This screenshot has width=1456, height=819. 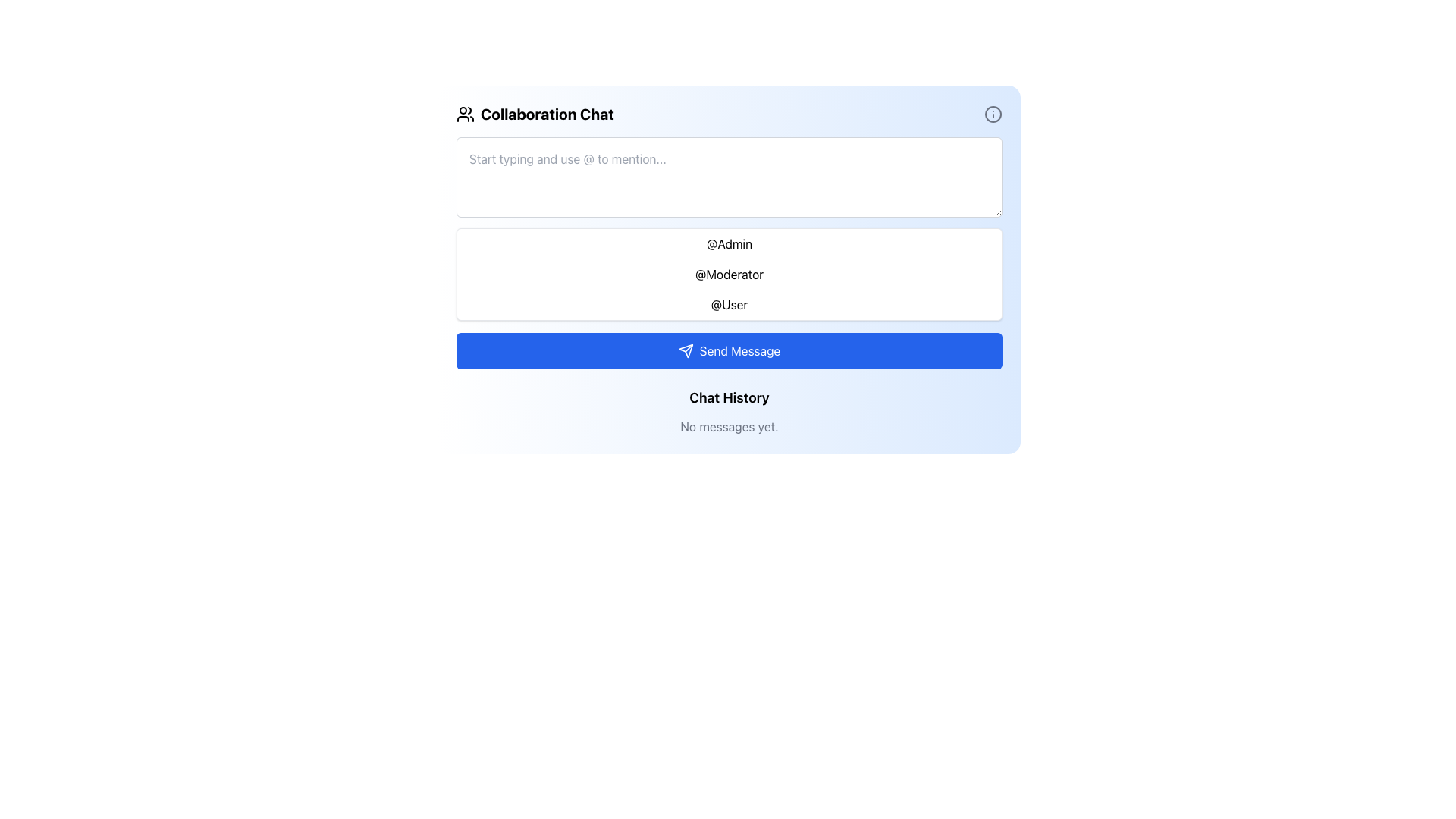 I want to click on the static text label indicating there are currently no messages in the chat history, which is centrally located under the 'Chat History' heading, so click(x=729, y=427).